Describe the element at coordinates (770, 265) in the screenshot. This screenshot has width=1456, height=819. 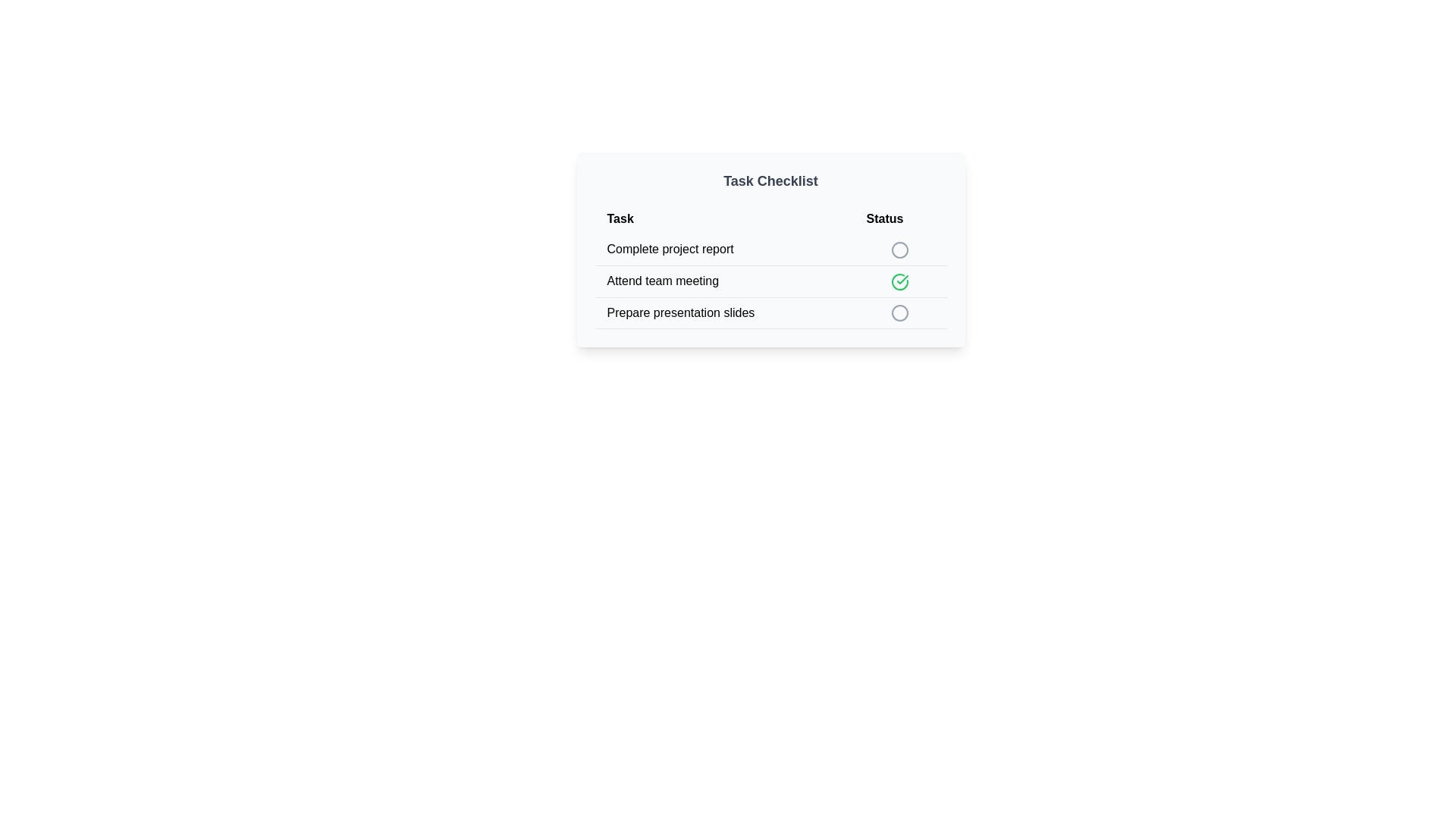
I see `task checklist table located below the 'Task Checklist' title, which displays tasks and their statuses in a structured format` at that location.